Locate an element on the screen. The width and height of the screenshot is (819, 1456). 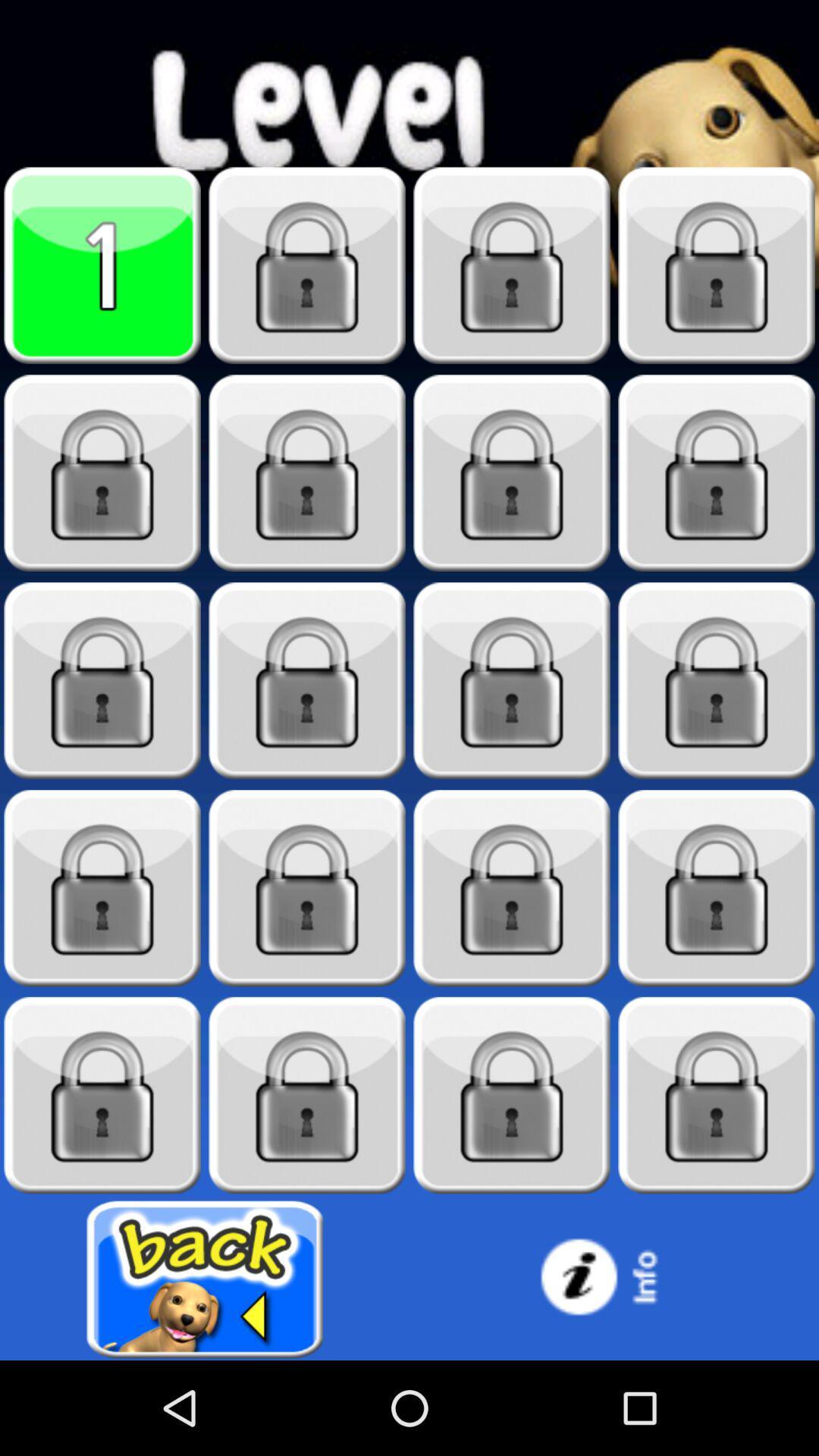
the lock is located at coordinates (307, 680).